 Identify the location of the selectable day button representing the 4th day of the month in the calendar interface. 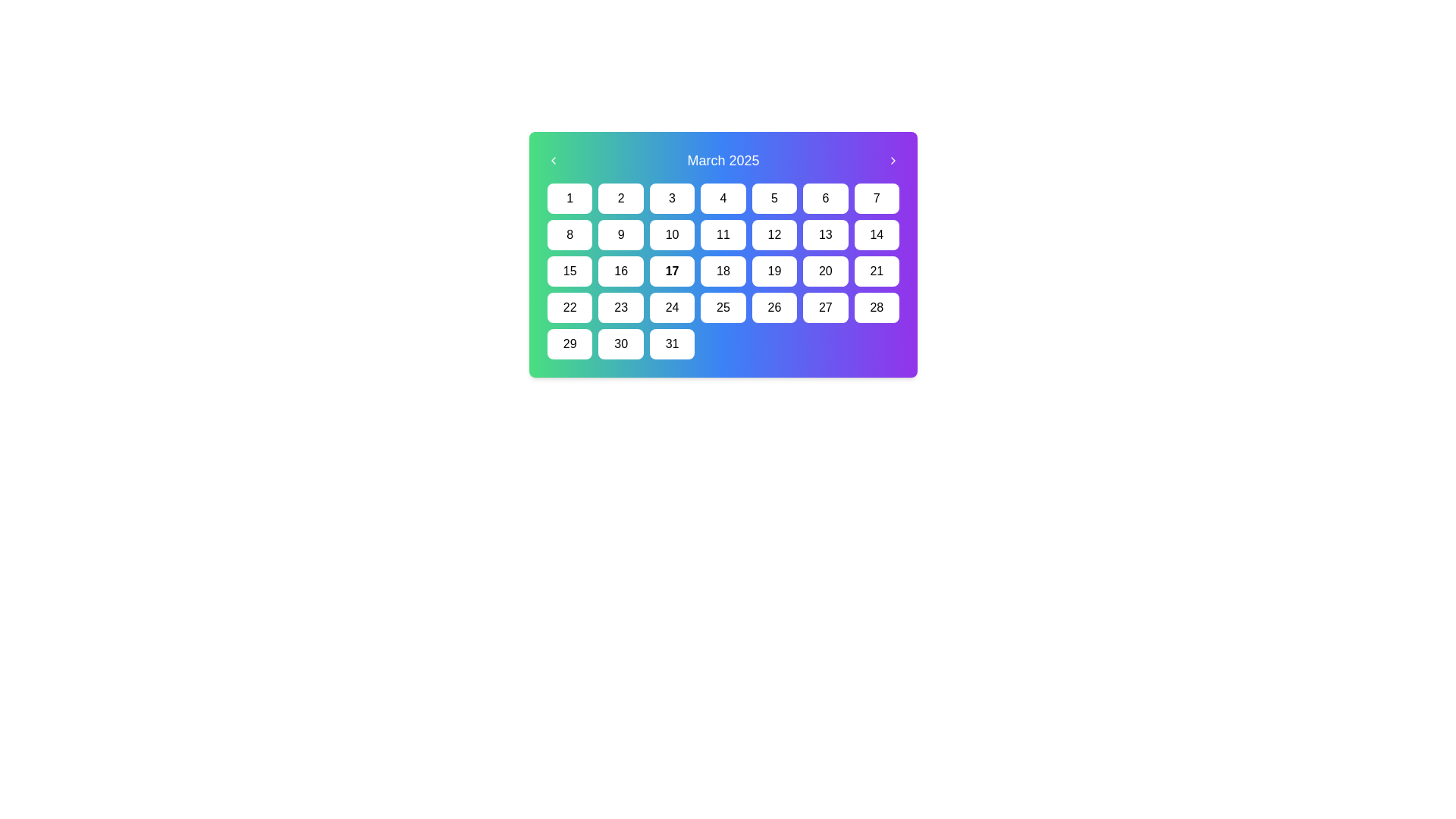
(723, 198).